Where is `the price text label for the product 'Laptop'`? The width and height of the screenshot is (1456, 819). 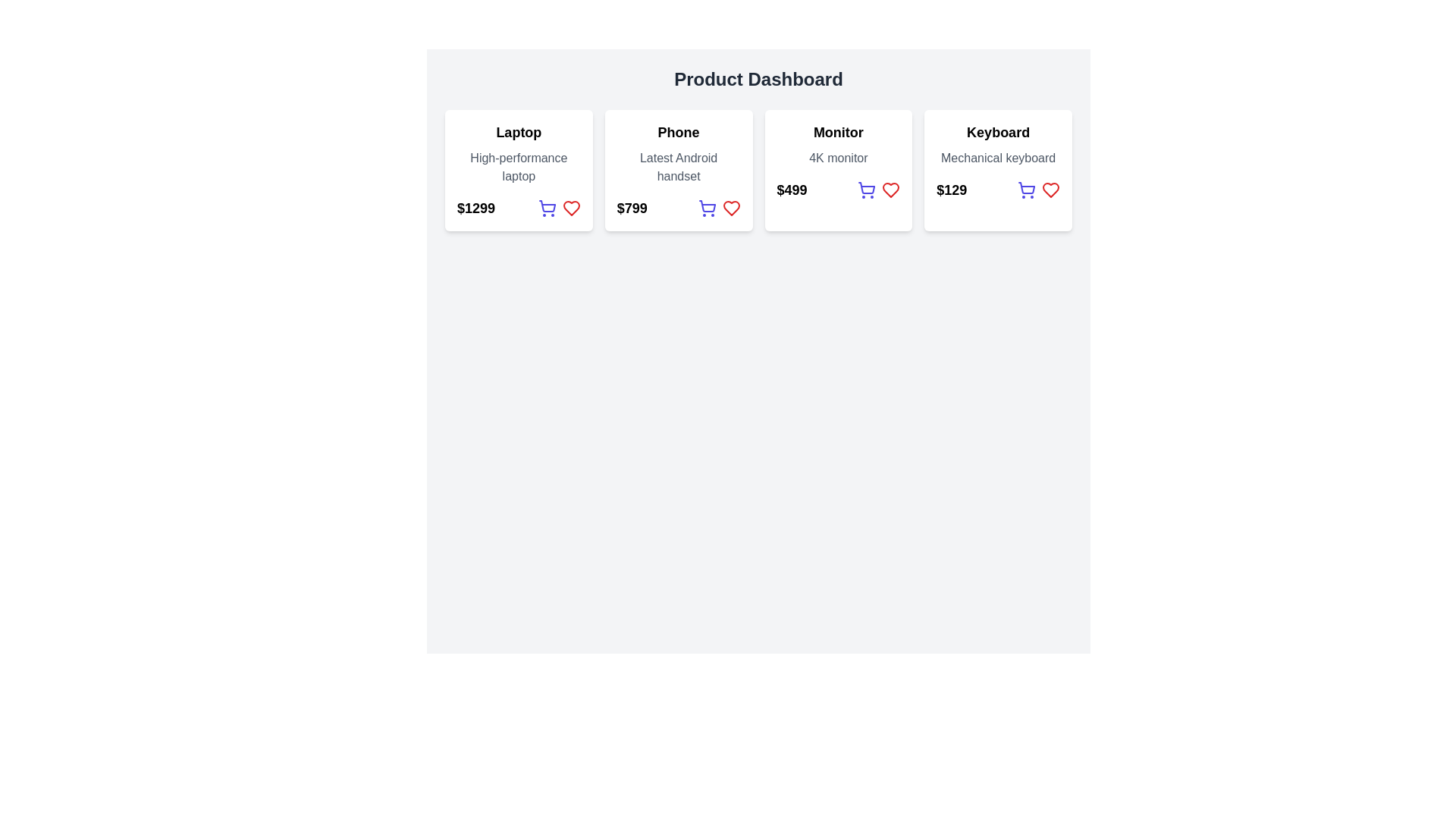 the price text label for the product 'Laptop' is located at coordinates (475, 208).